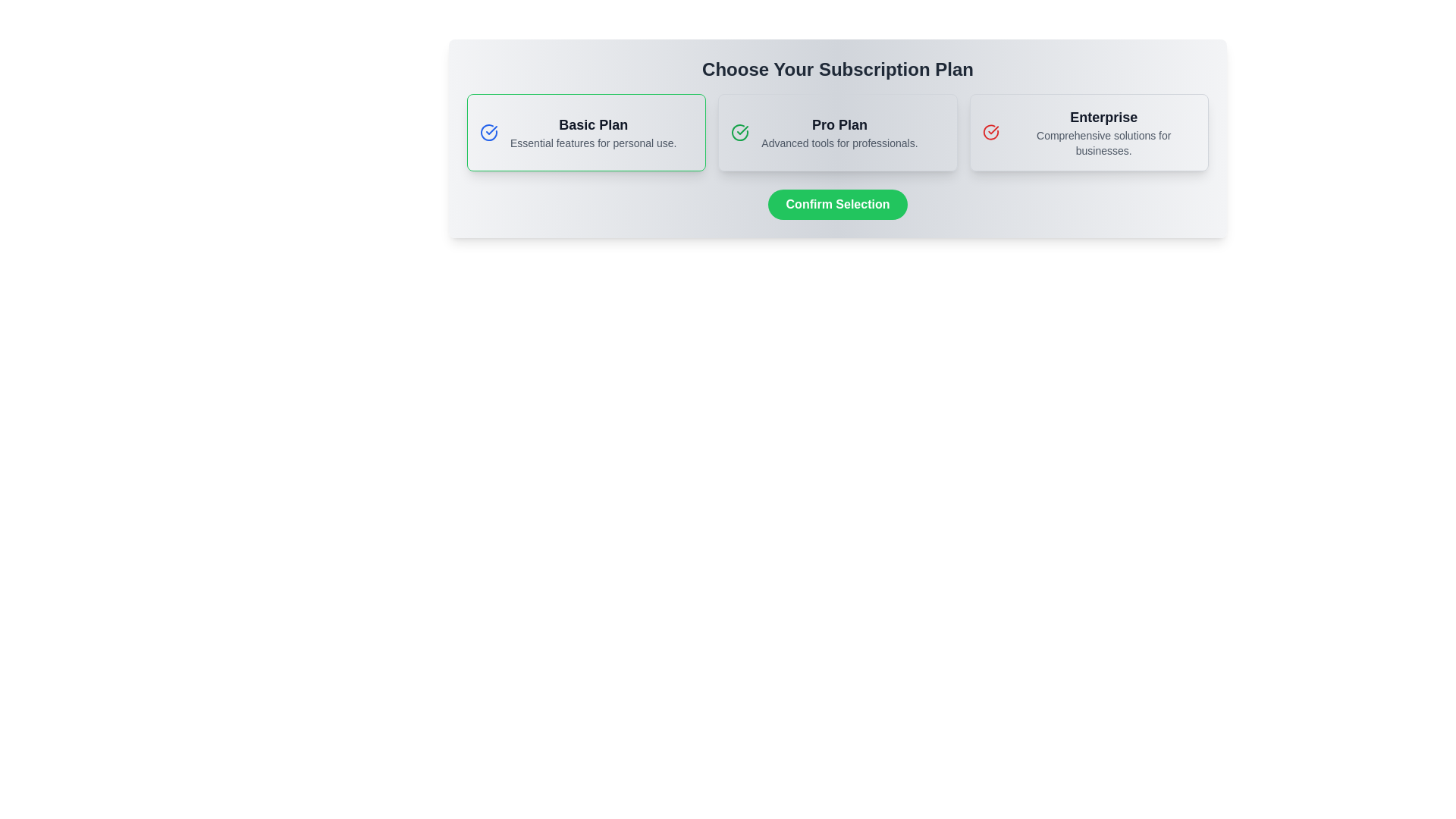 The height and width of the screenshot is (819, 1456). I want to click on the text label that serves as the title for the 'Basic Plan' subscription option card, located at the top section of the card, so click(592, 124).